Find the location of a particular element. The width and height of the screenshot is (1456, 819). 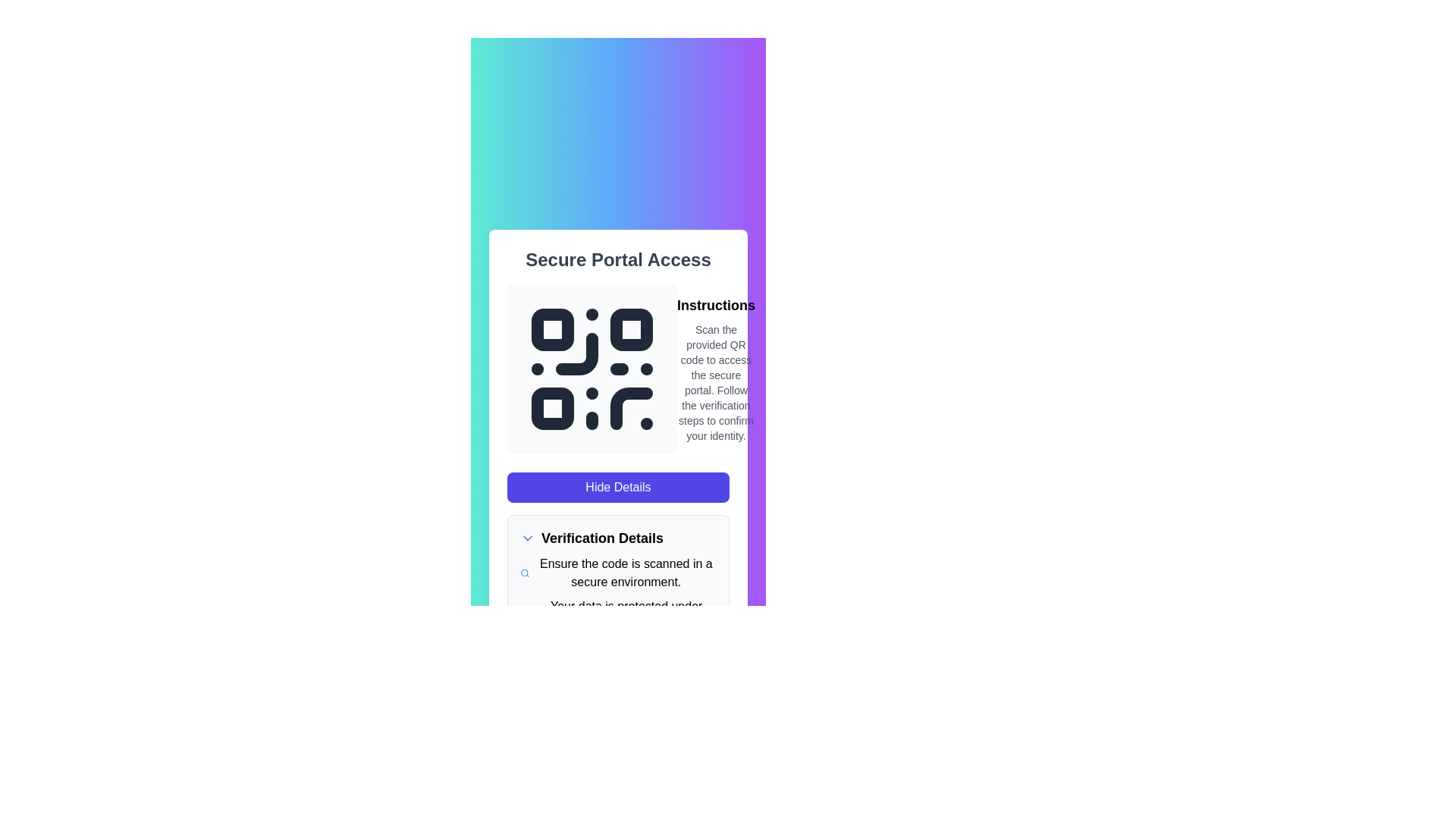

the blue magnifying glass search icon located in the verification details section is located at coordinates (525, 573).